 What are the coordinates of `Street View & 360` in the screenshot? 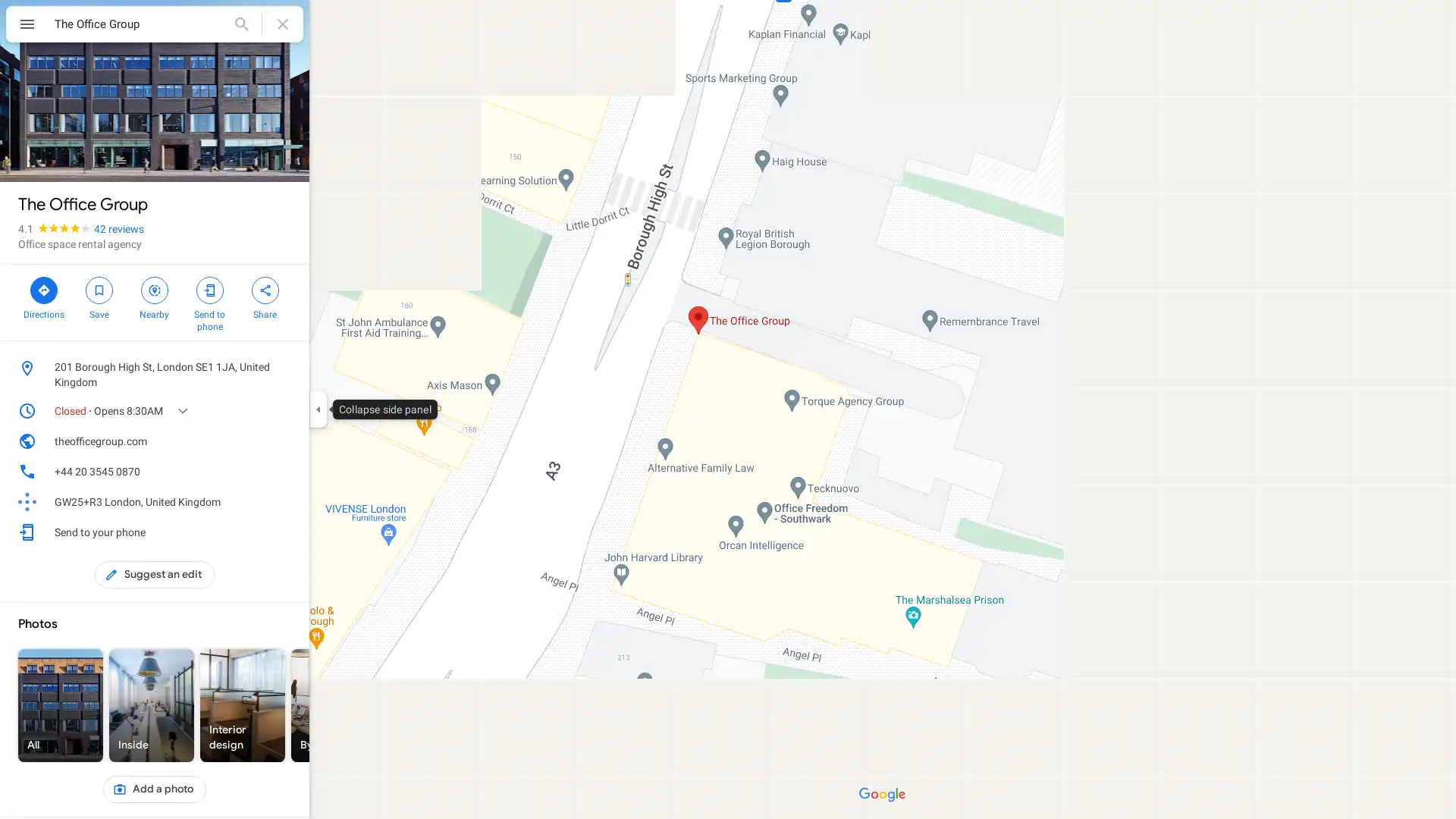 It's located at (425, 705).